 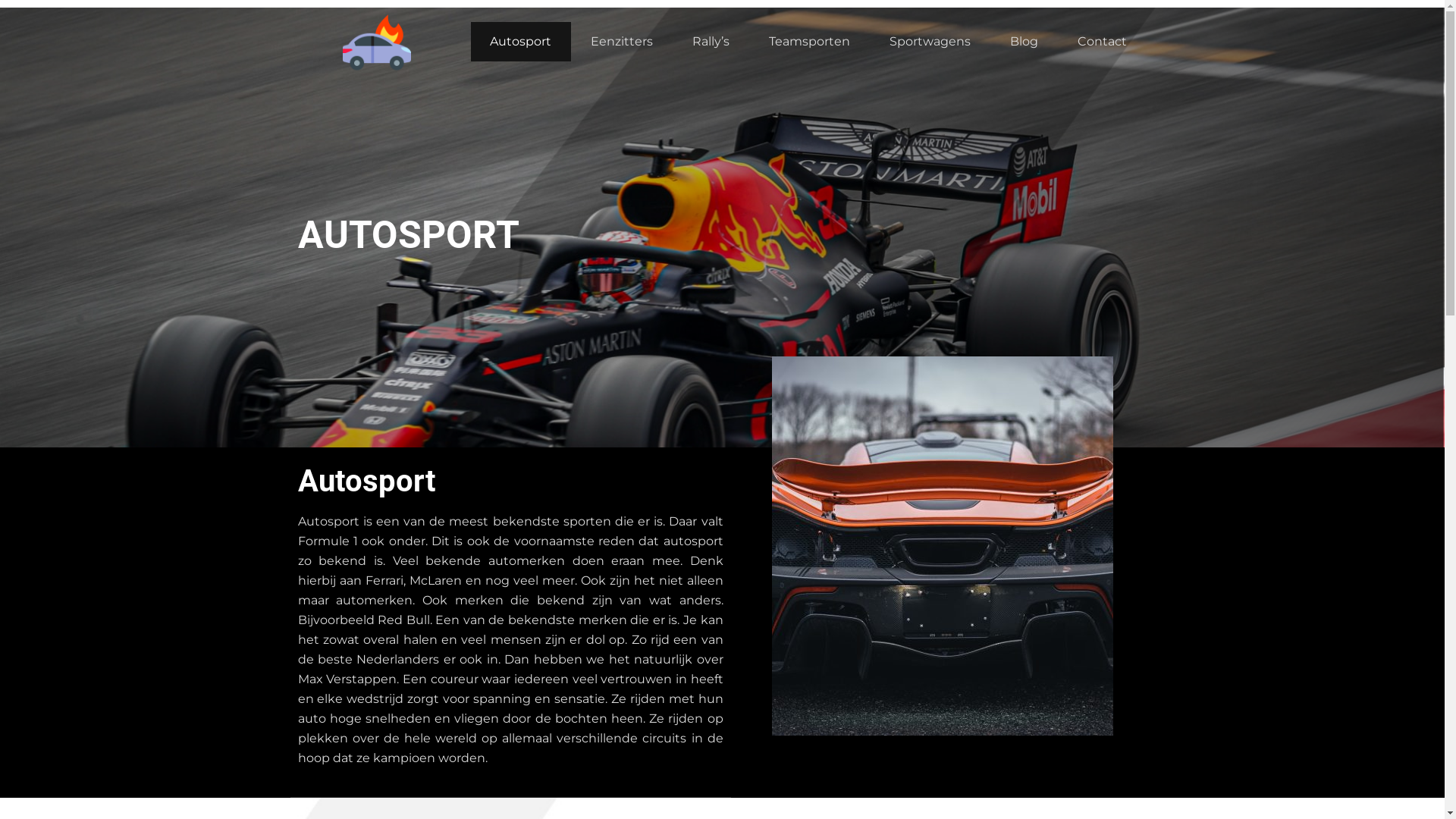 What do you see at coordinates (1024, 40) in the screenshot?
I see `'Blog'` at bounding box center [1024, 40].